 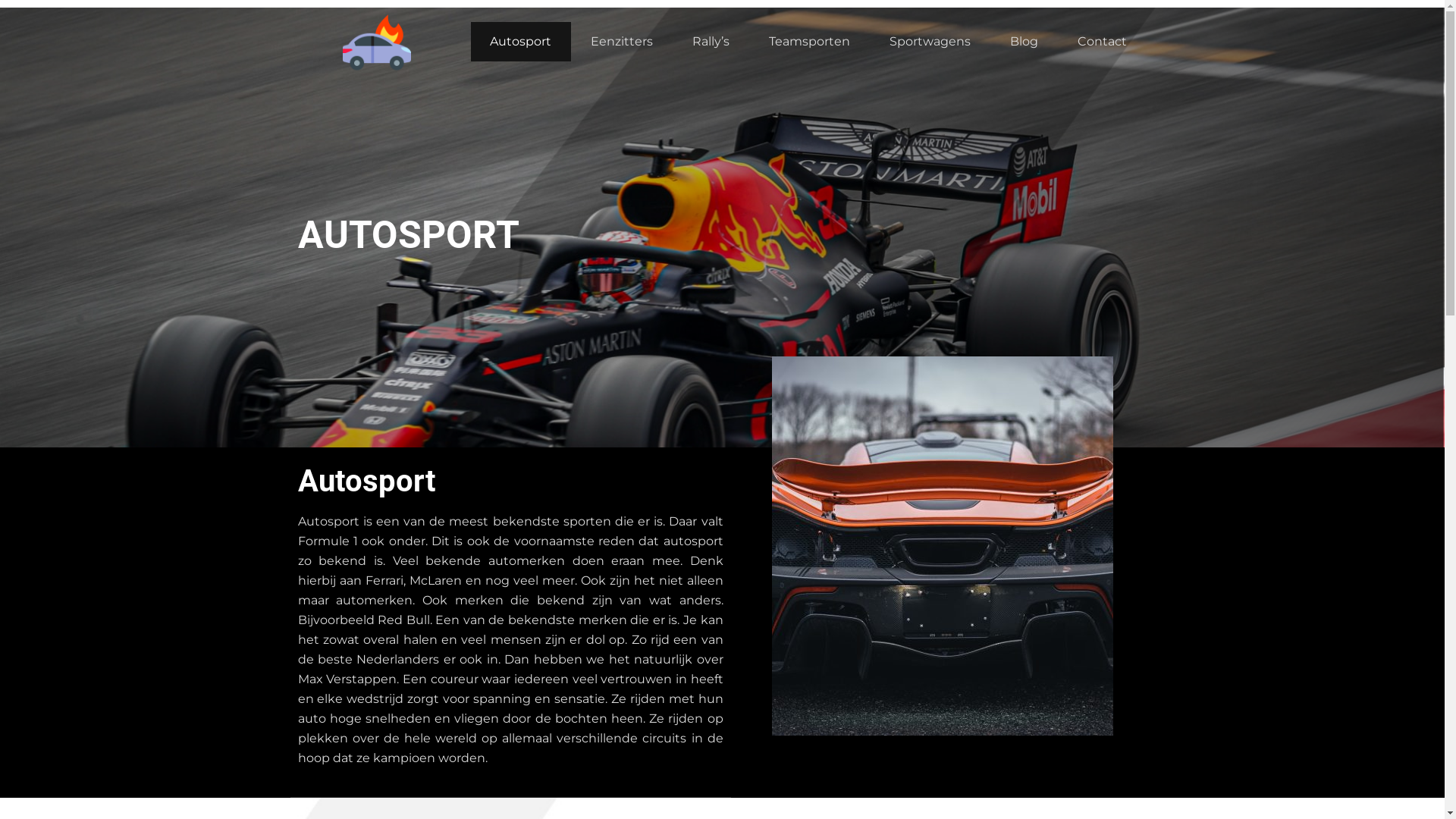 What do you see at coordinates (1024, 40) in the screenshot?
I see `'Blog'` at bounding box center [1024, 40].